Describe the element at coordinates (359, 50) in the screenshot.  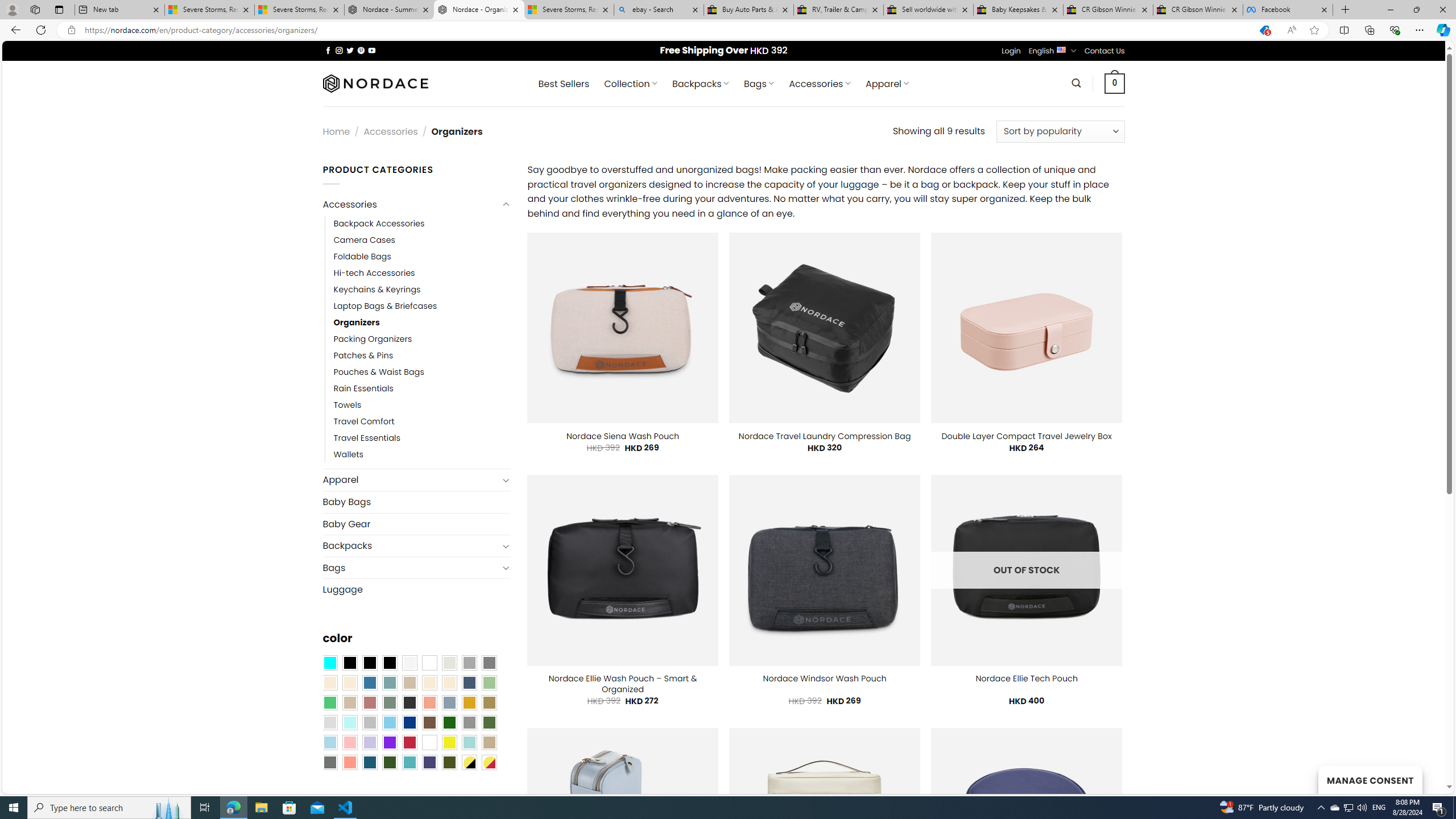
I see `'Follow on Pinterest'` at that location.